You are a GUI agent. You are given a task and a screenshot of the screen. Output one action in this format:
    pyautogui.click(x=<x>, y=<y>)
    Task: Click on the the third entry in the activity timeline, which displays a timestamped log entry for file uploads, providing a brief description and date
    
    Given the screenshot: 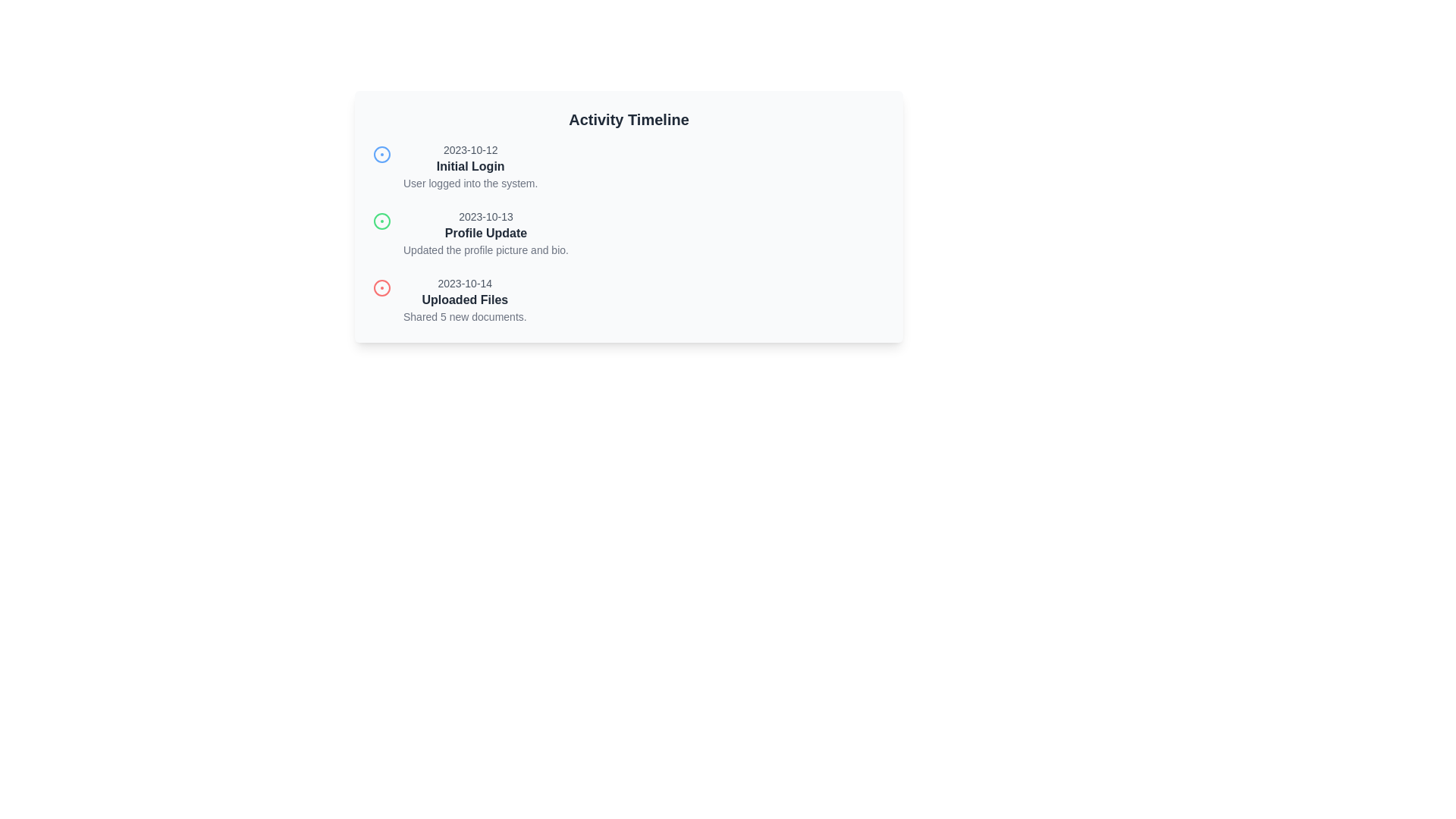 What is the action you would take?
    pyautogui.click(x=464, y=300)
    